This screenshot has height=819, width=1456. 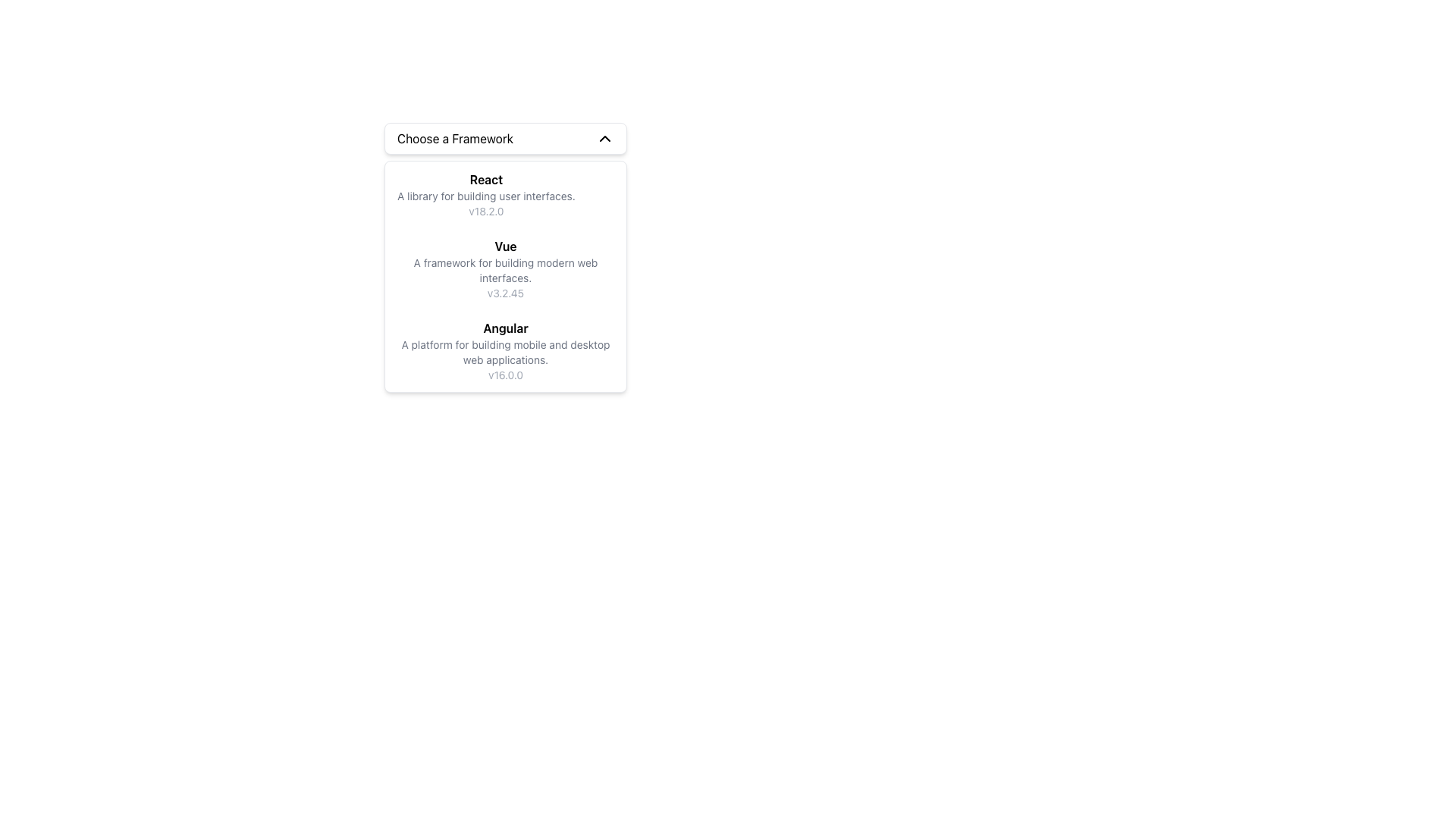 I want to click on a list item contained within the Dropdown Panel located underneath the 'Choose a Framework' dropdown trigger, so click(x=506, y=277).